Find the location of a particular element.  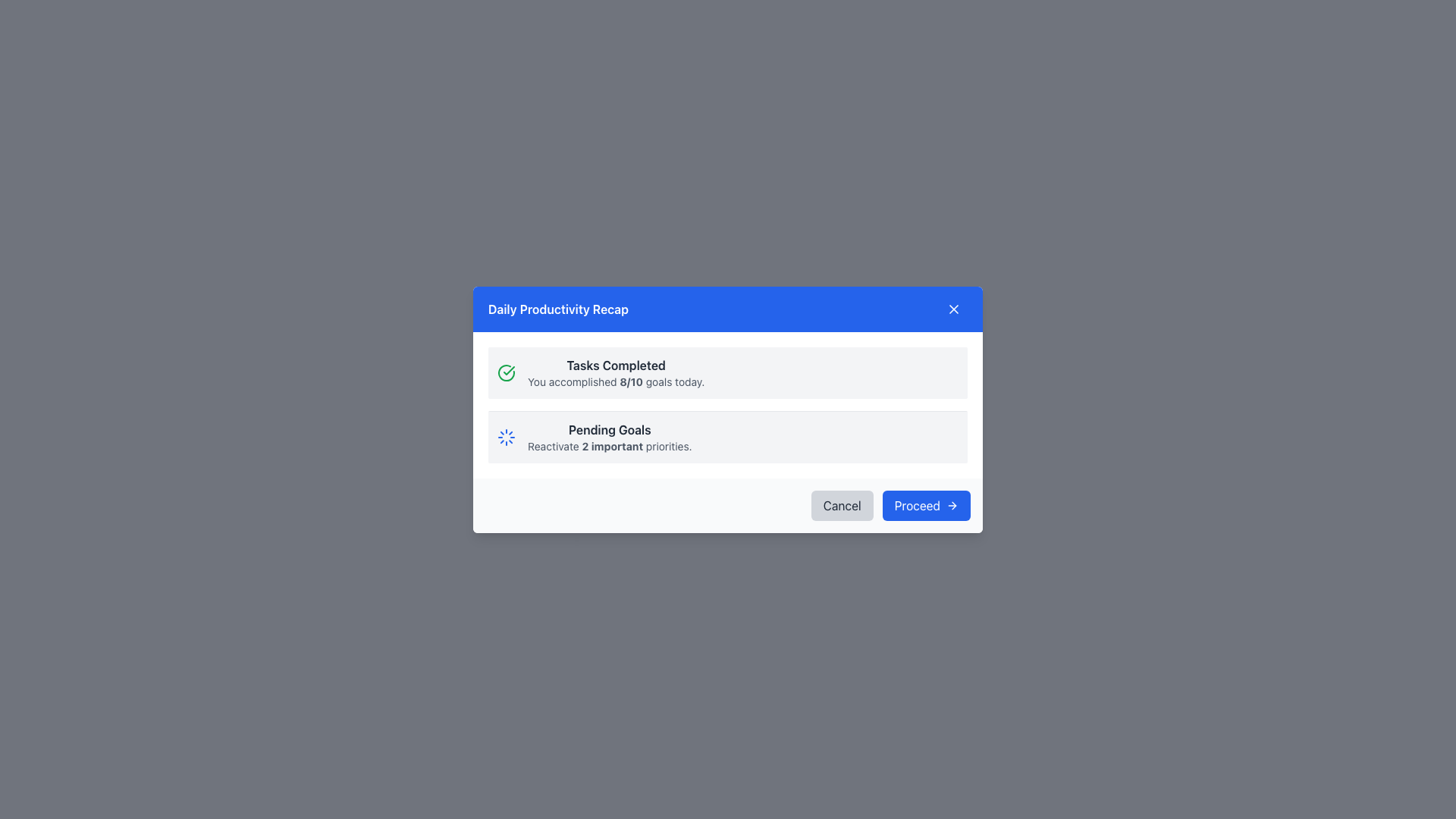

the Text Label that serves as the title of the modal, located at the top-left side of the blue background bar is located at coordinates (557, 308).